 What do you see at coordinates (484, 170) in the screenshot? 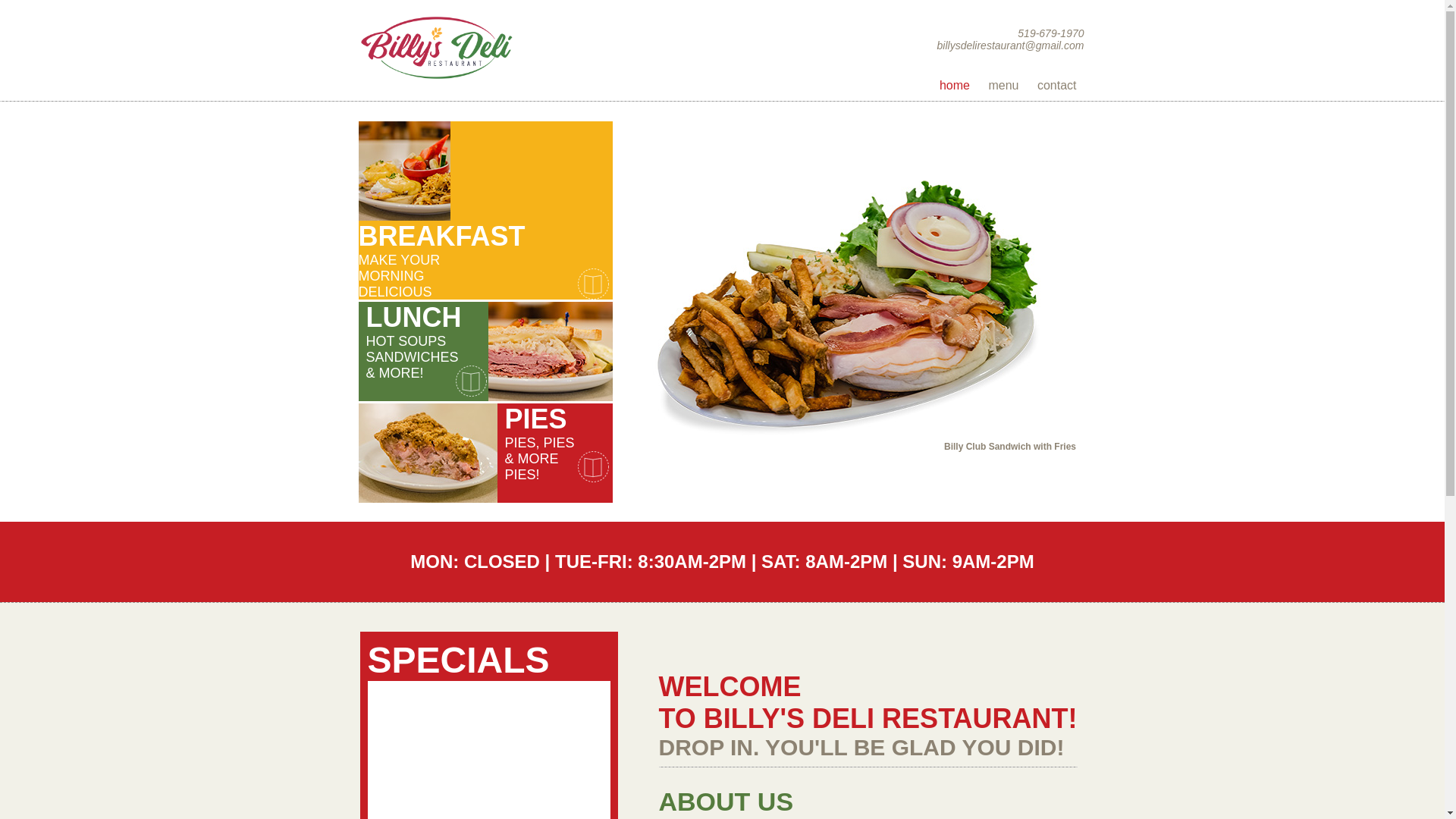
I see `'BREAKFAST` at bounding box center [484, 170].